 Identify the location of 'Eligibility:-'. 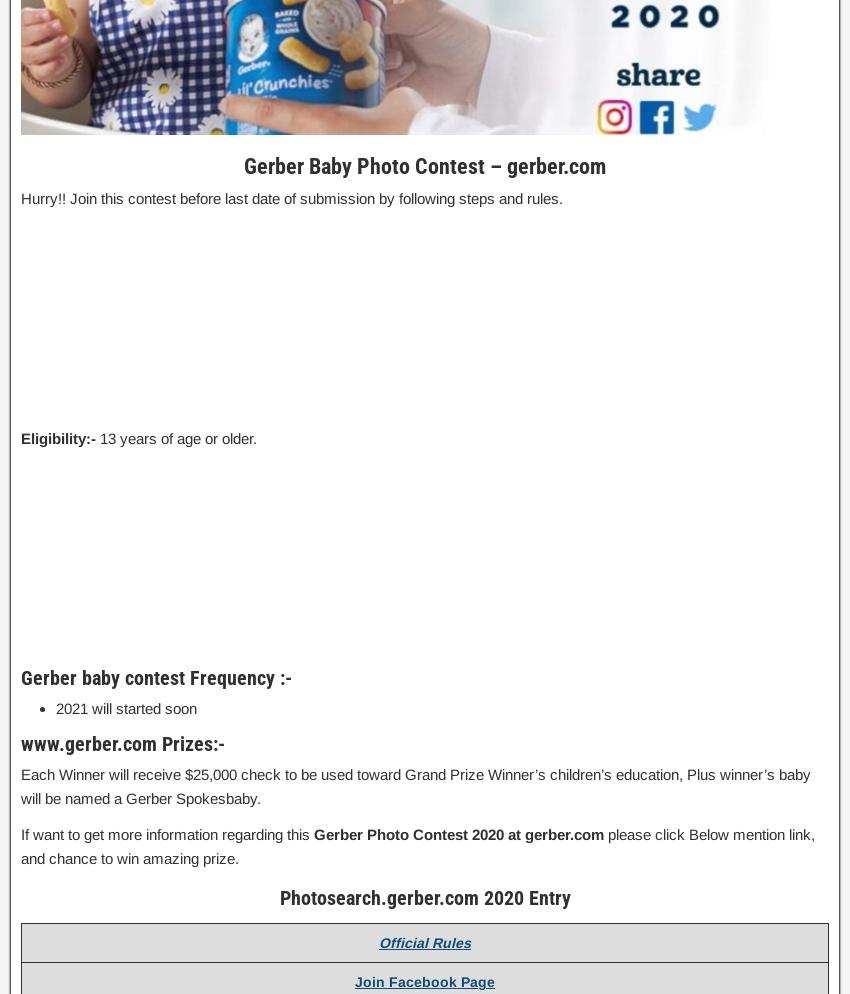
(58, 437).